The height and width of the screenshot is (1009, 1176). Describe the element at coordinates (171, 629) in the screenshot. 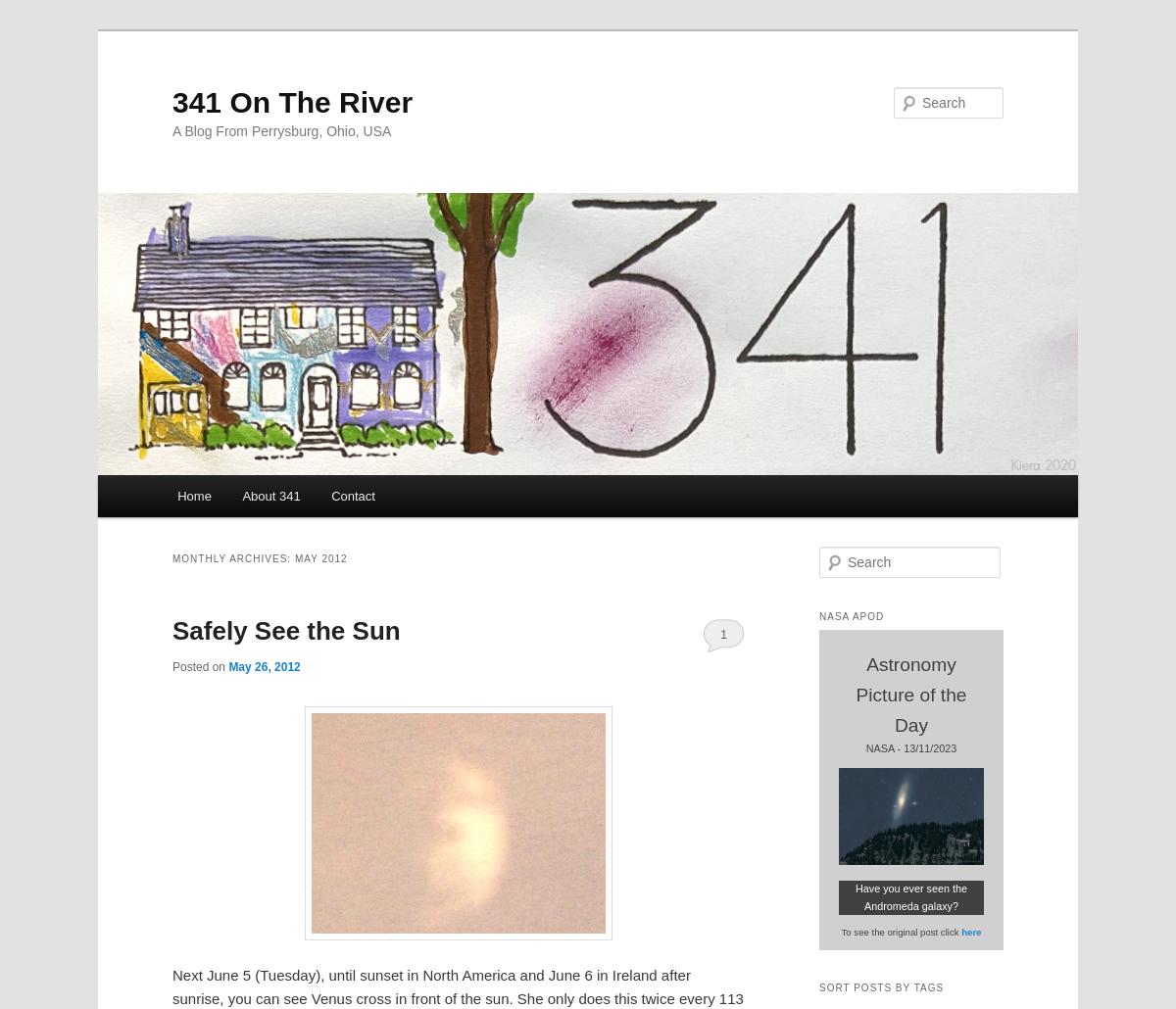

I see `'Safely See the Sun'` at that location.